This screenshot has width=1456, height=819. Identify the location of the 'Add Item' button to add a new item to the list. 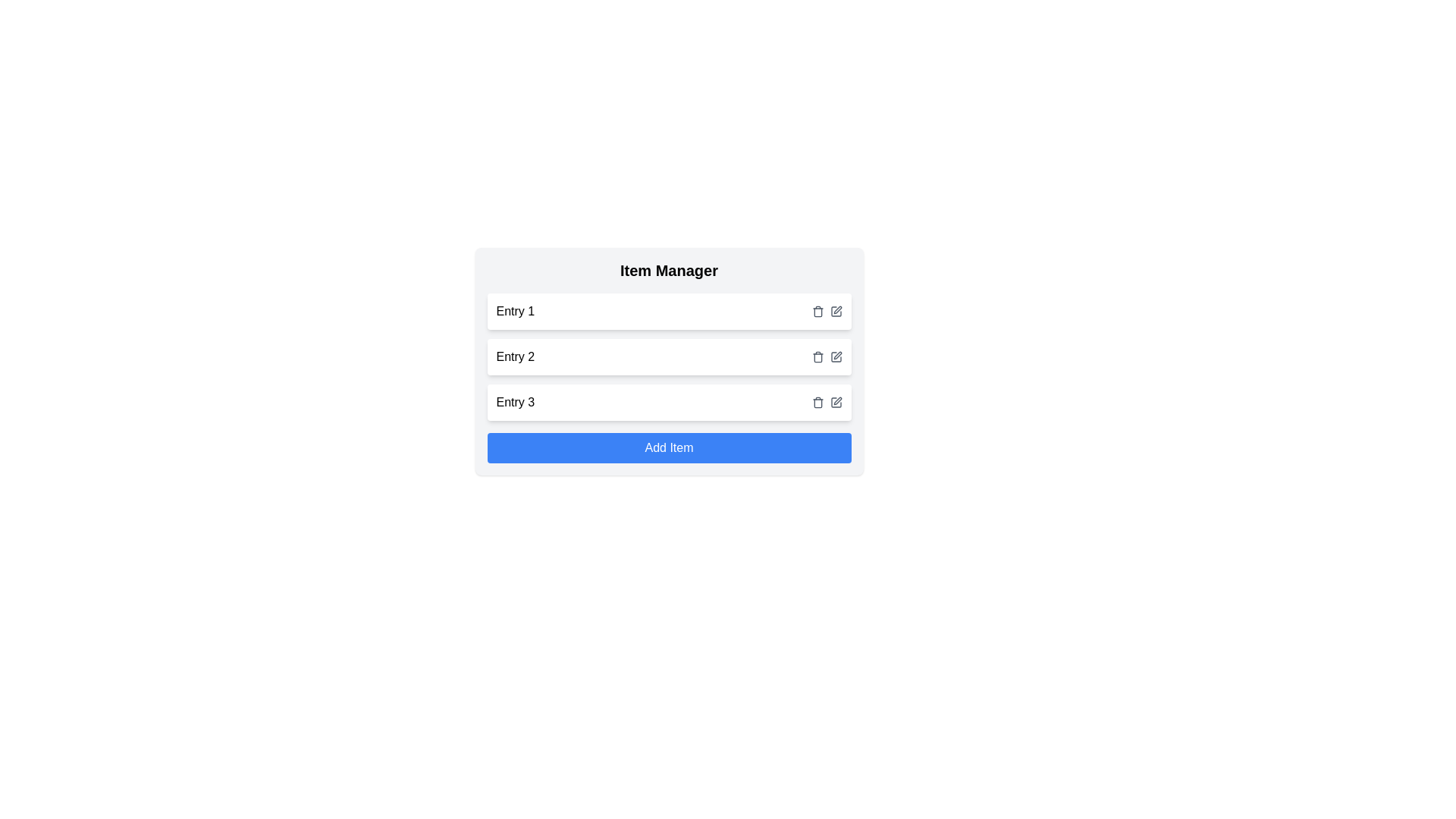
(668, 447).